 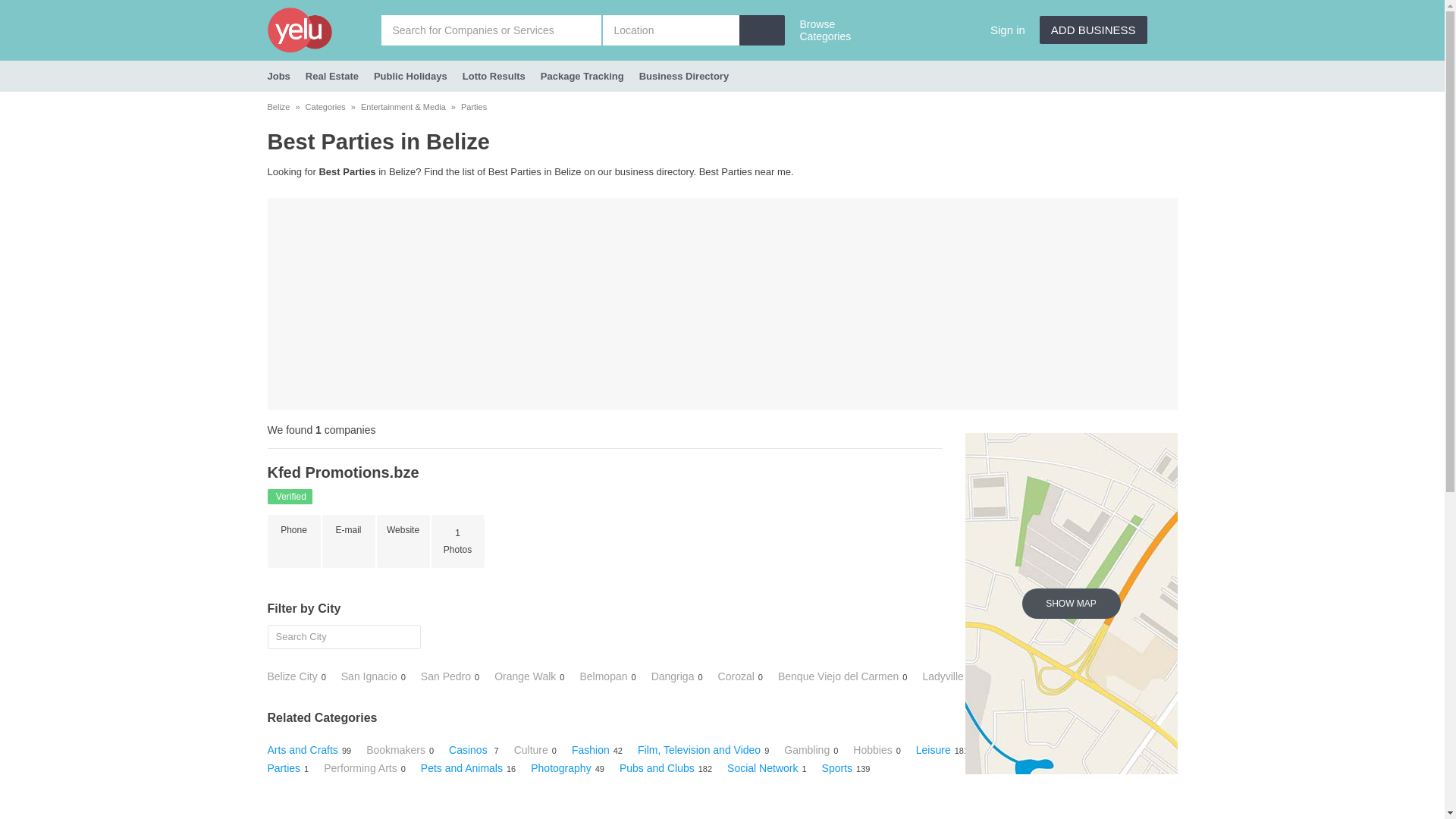 What do you see at coordinates (698, 748) in the screenshot?
I see `'Film, Television and Video'` at bounding box center [698, 748].